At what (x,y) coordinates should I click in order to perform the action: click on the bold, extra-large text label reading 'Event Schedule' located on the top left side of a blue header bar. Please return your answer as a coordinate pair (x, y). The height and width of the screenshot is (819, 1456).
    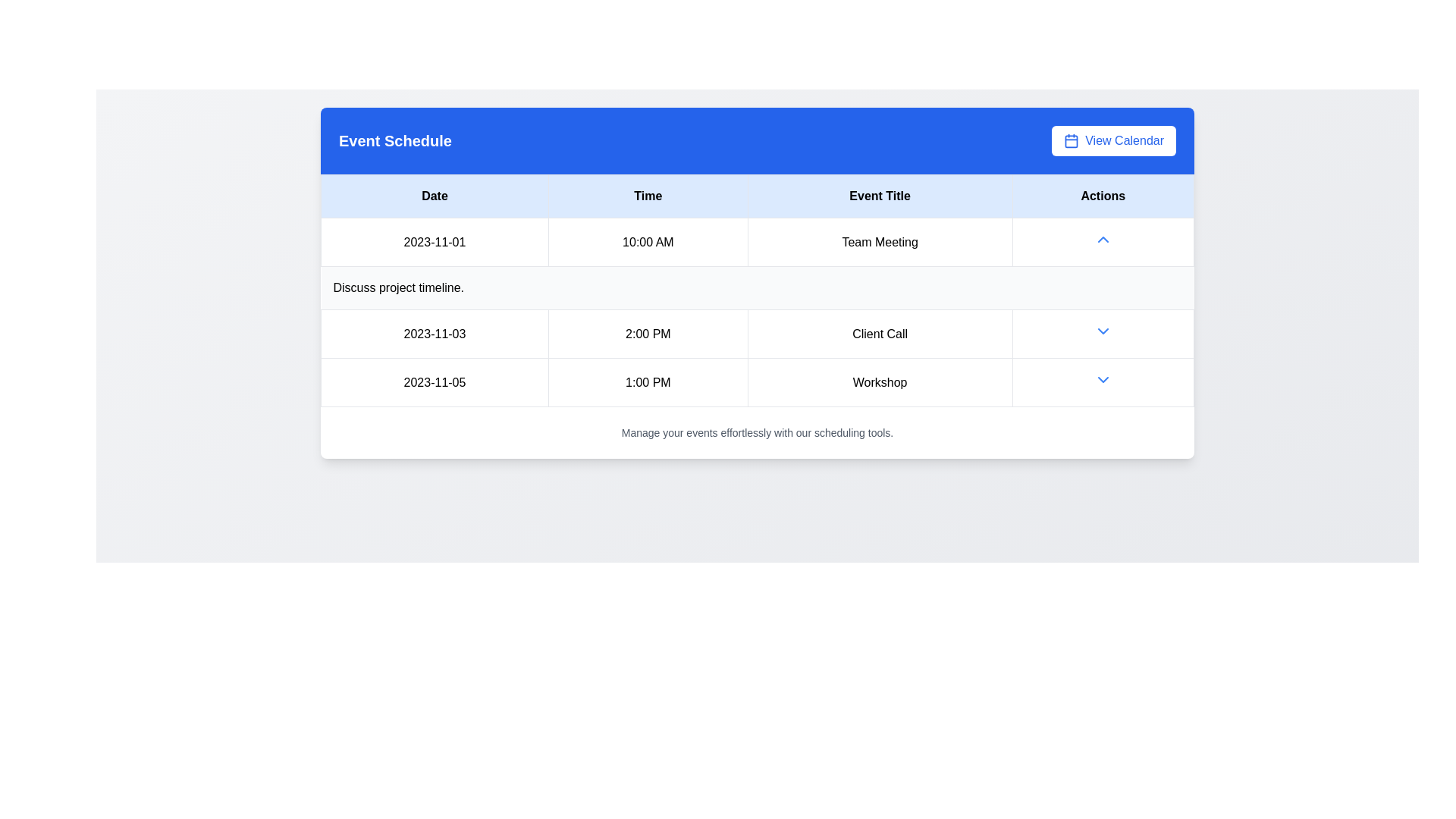
    Looking at the image, I should click on (395, 140).